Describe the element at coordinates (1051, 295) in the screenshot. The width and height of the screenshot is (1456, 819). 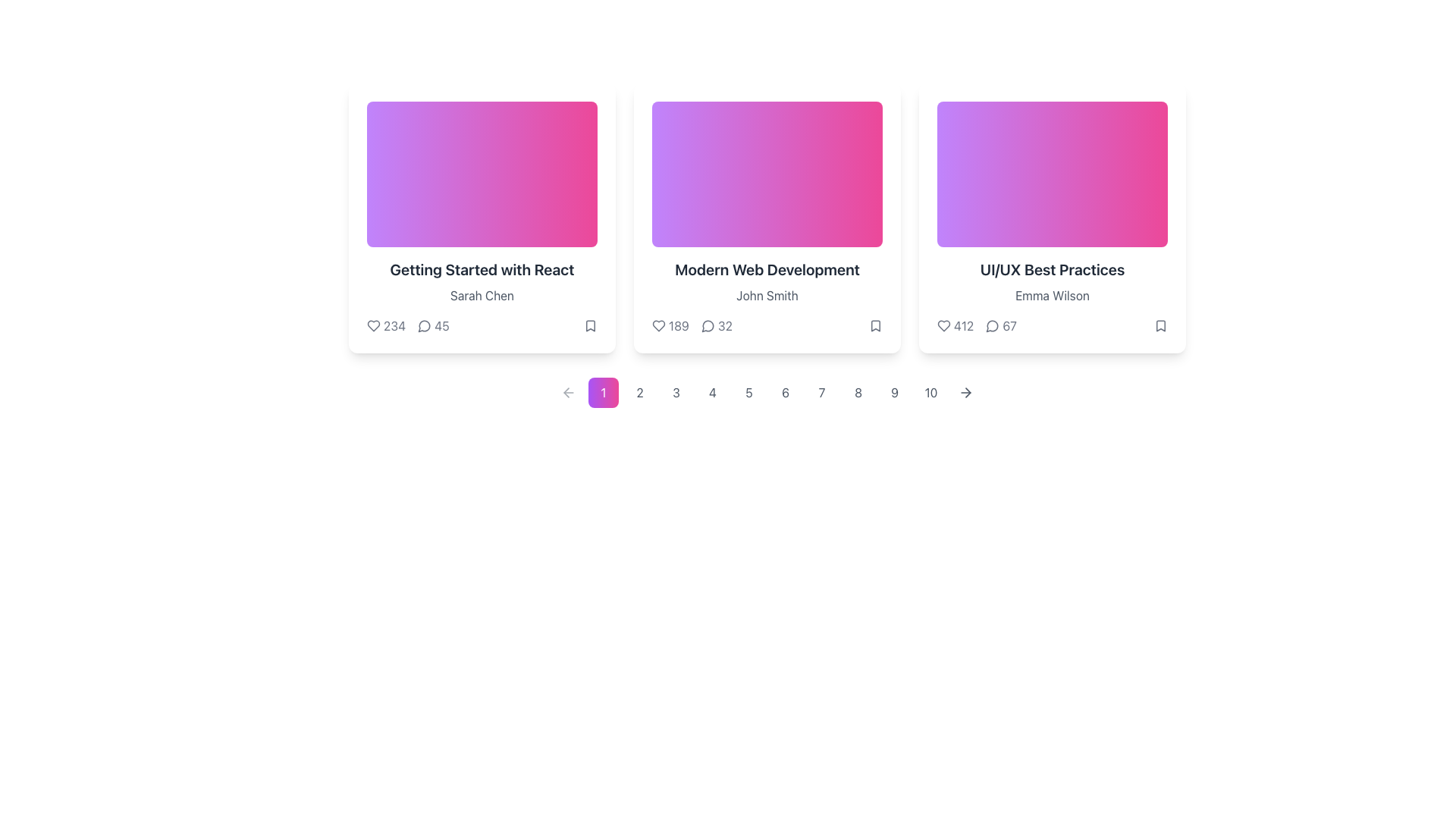
I see `the text label displaying 'Emma Wilson', which is located centrally below the title 'UI/UX Best Practices' within the third card of a horizontally aligned card grid` at that location.